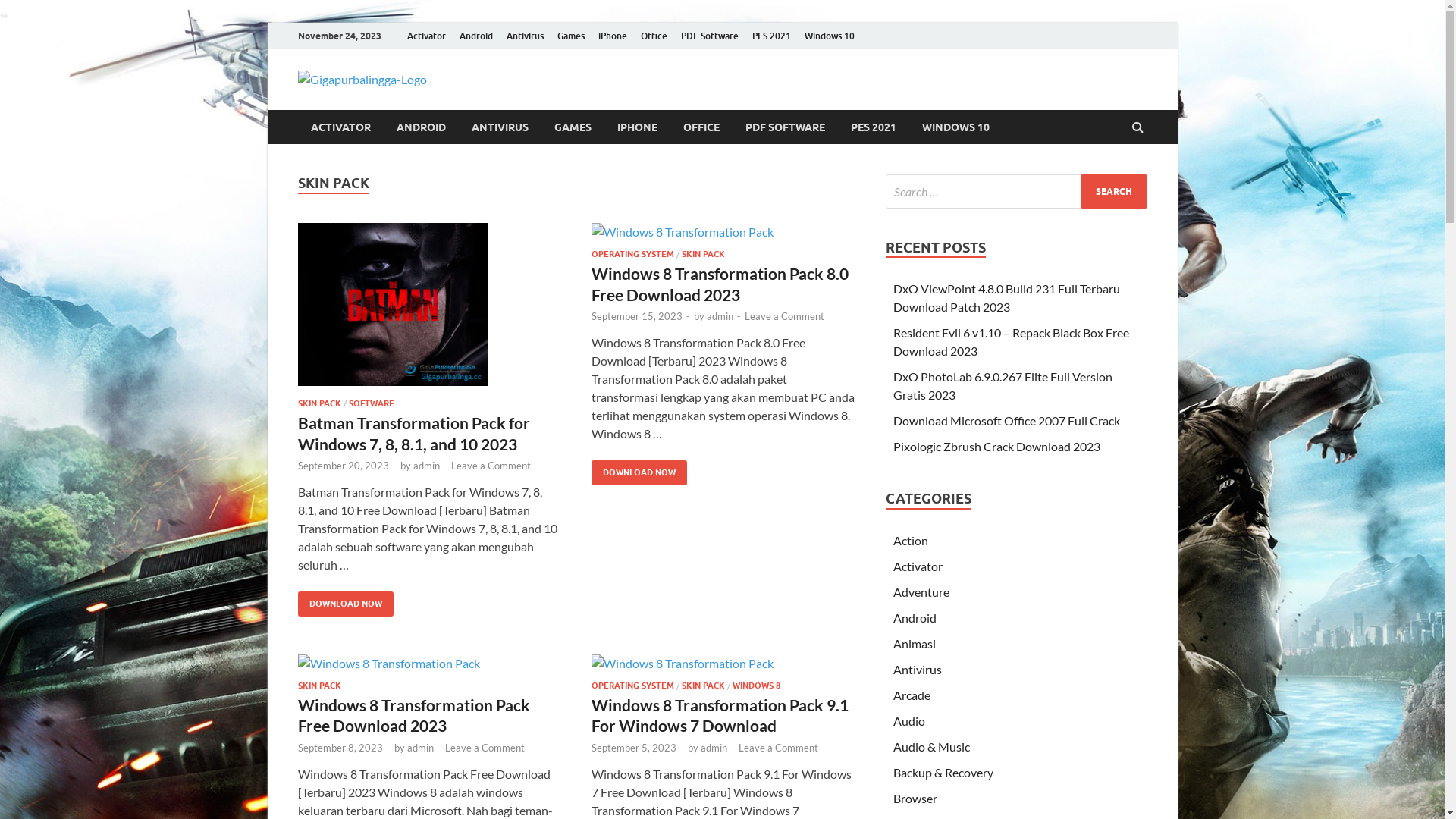 This screenshot has height=819, width=1456. I want to click on 'PDF SOFTWARE', so click(785, 126).